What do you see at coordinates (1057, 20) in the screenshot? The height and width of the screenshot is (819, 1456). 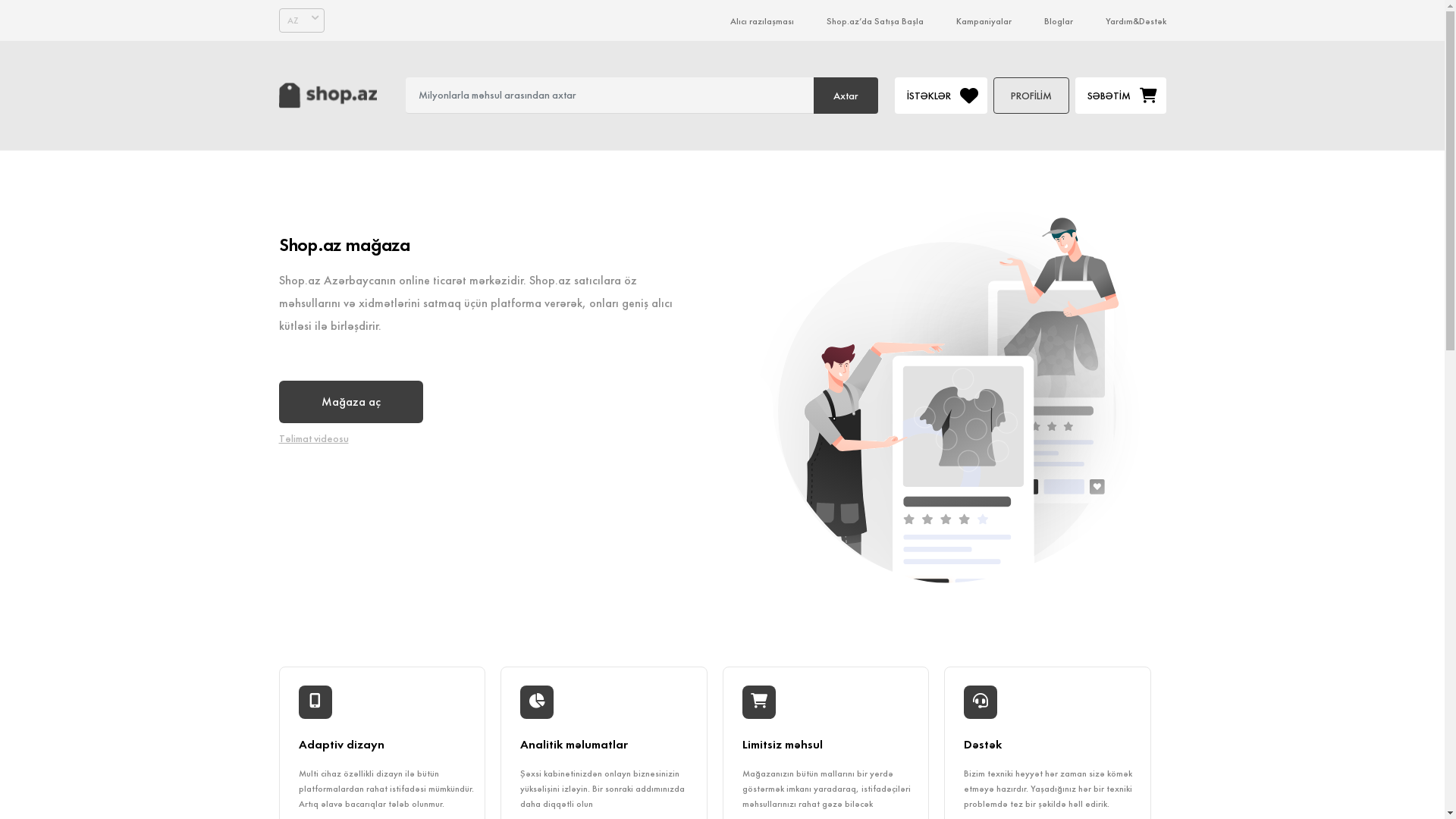 I see `'Bloglar'` at bounding box center [1057, 20].